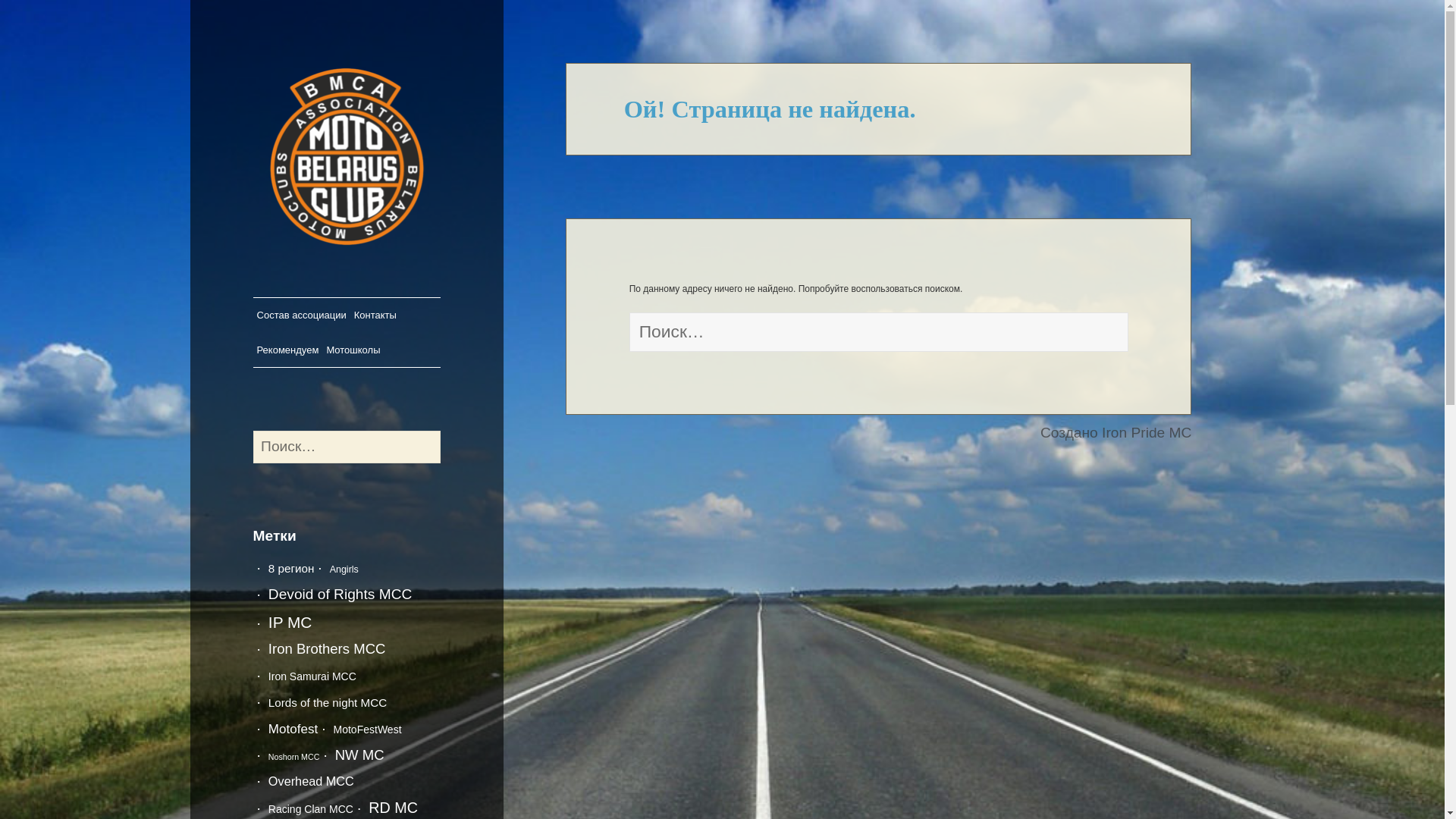  Describe the element at coordinates (268, 622) in the screenshot. I see `'IP MC'` at that location.